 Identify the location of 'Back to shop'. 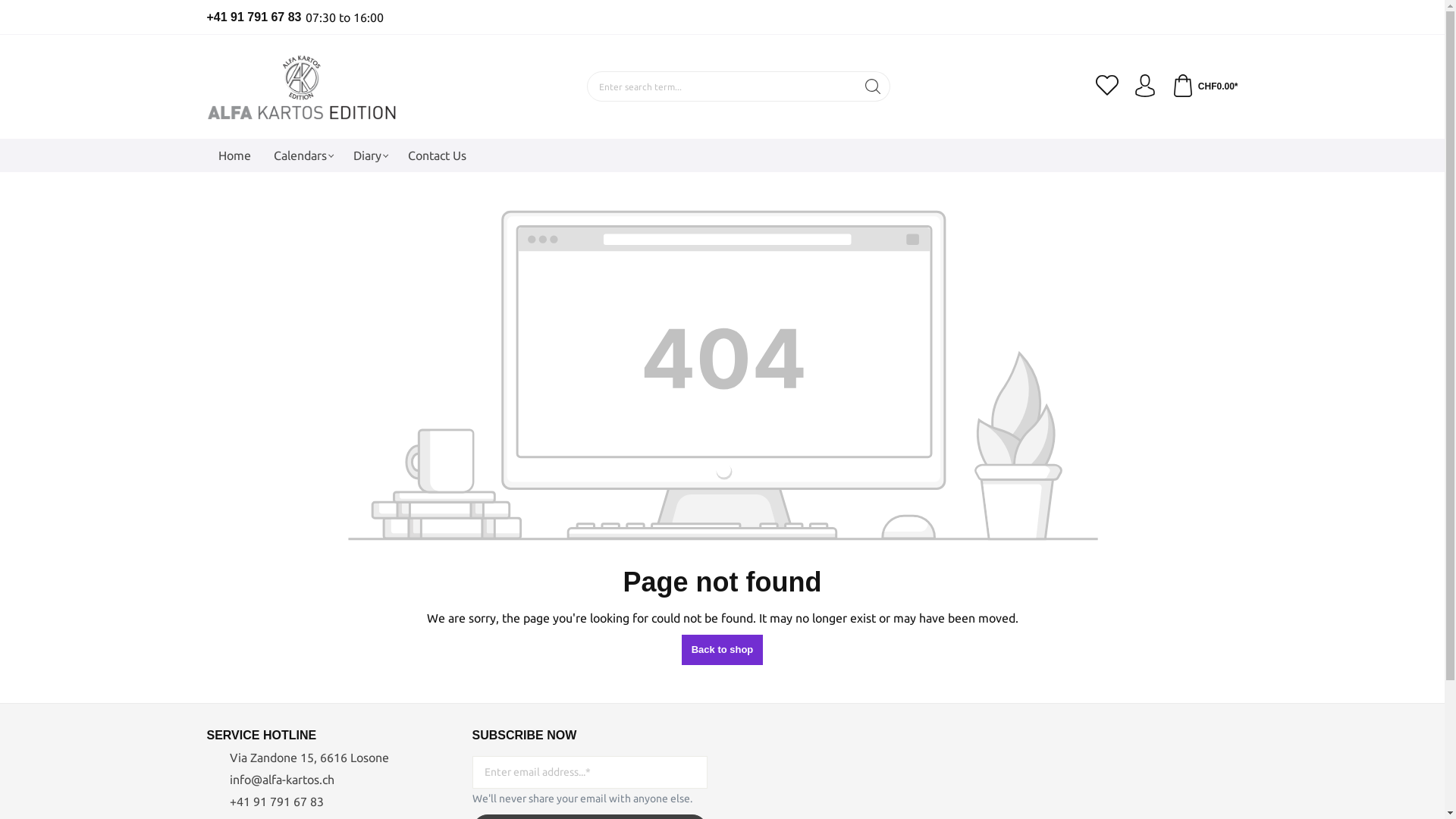
(722, 648).